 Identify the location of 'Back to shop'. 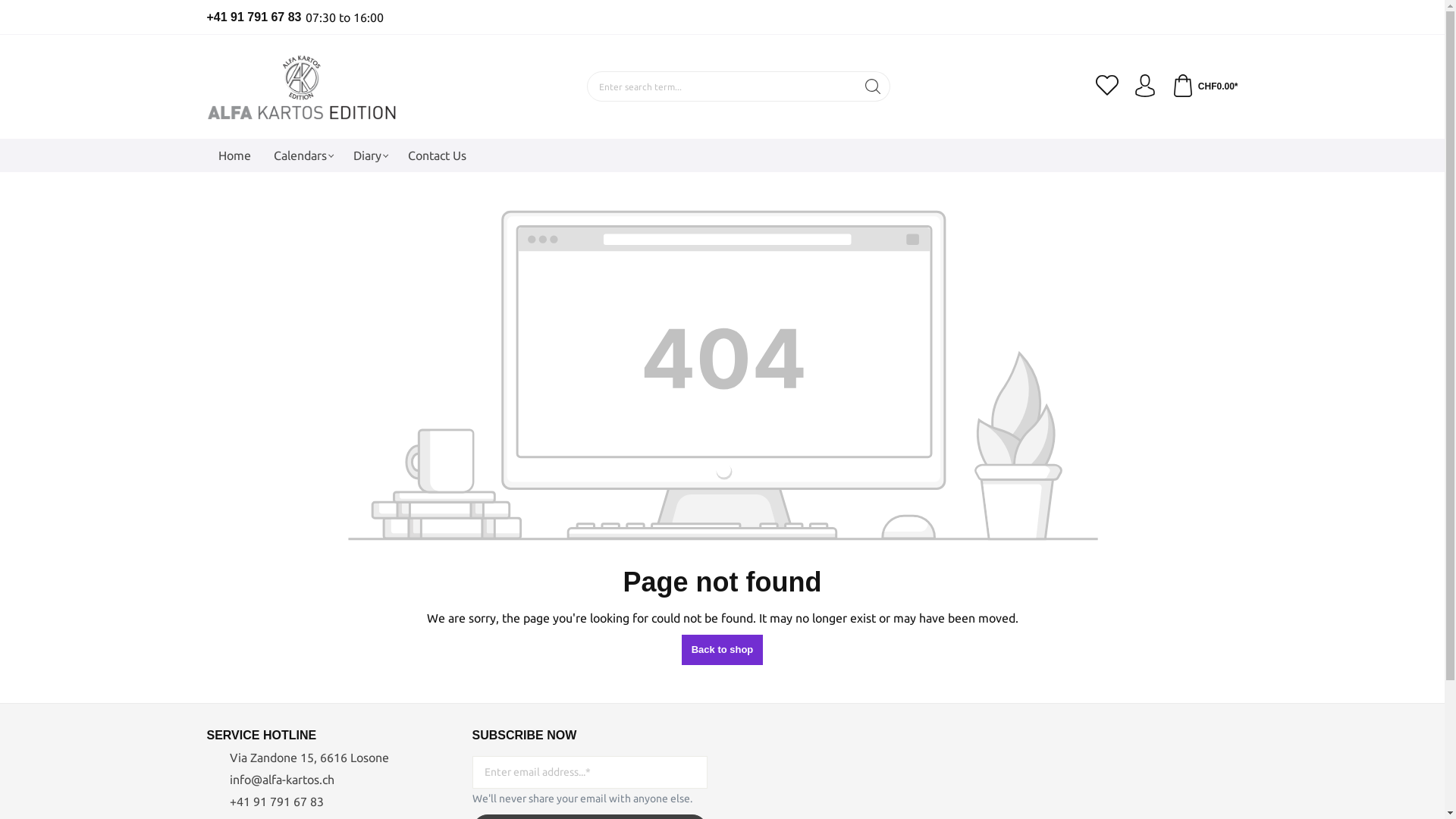
(722, 648).